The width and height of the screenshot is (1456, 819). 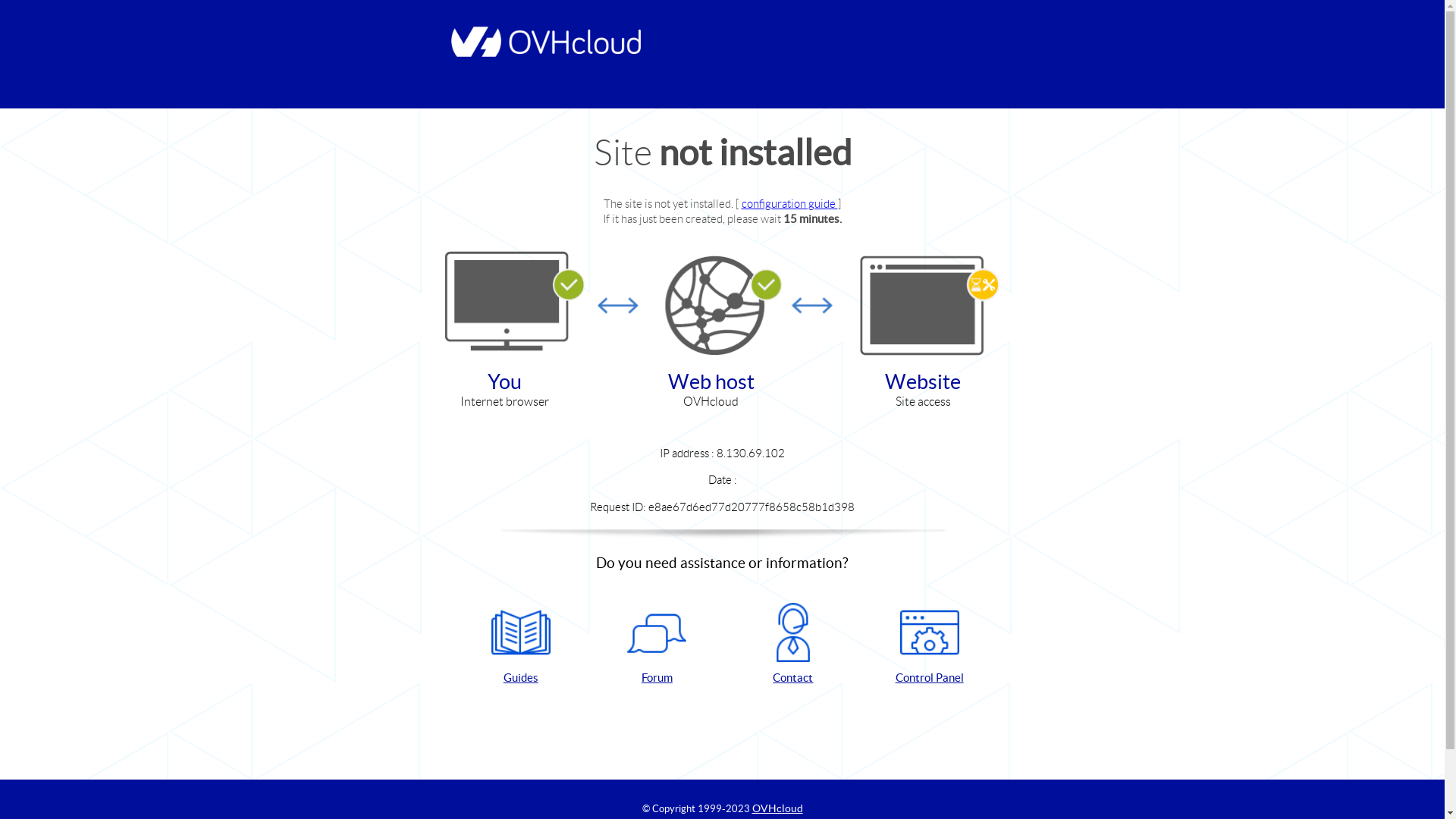 I want to click on 'Contact', so click(x=792, y=644).